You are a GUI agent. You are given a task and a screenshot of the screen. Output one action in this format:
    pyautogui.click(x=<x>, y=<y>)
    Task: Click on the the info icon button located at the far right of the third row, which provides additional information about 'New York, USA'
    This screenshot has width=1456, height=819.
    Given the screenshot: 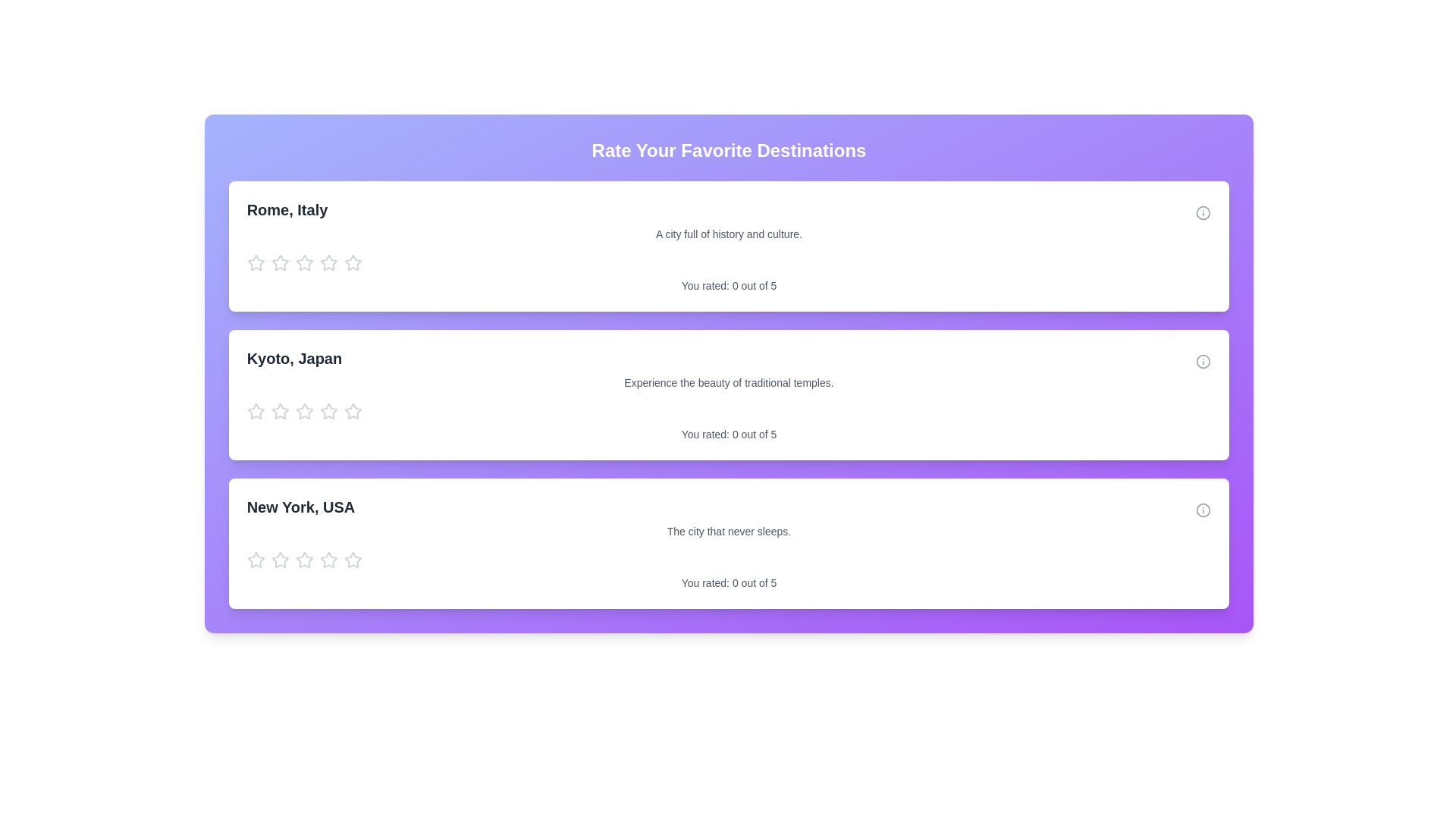 What is the action you would take?
    pyautogui.click(x=1203, y=510)
    